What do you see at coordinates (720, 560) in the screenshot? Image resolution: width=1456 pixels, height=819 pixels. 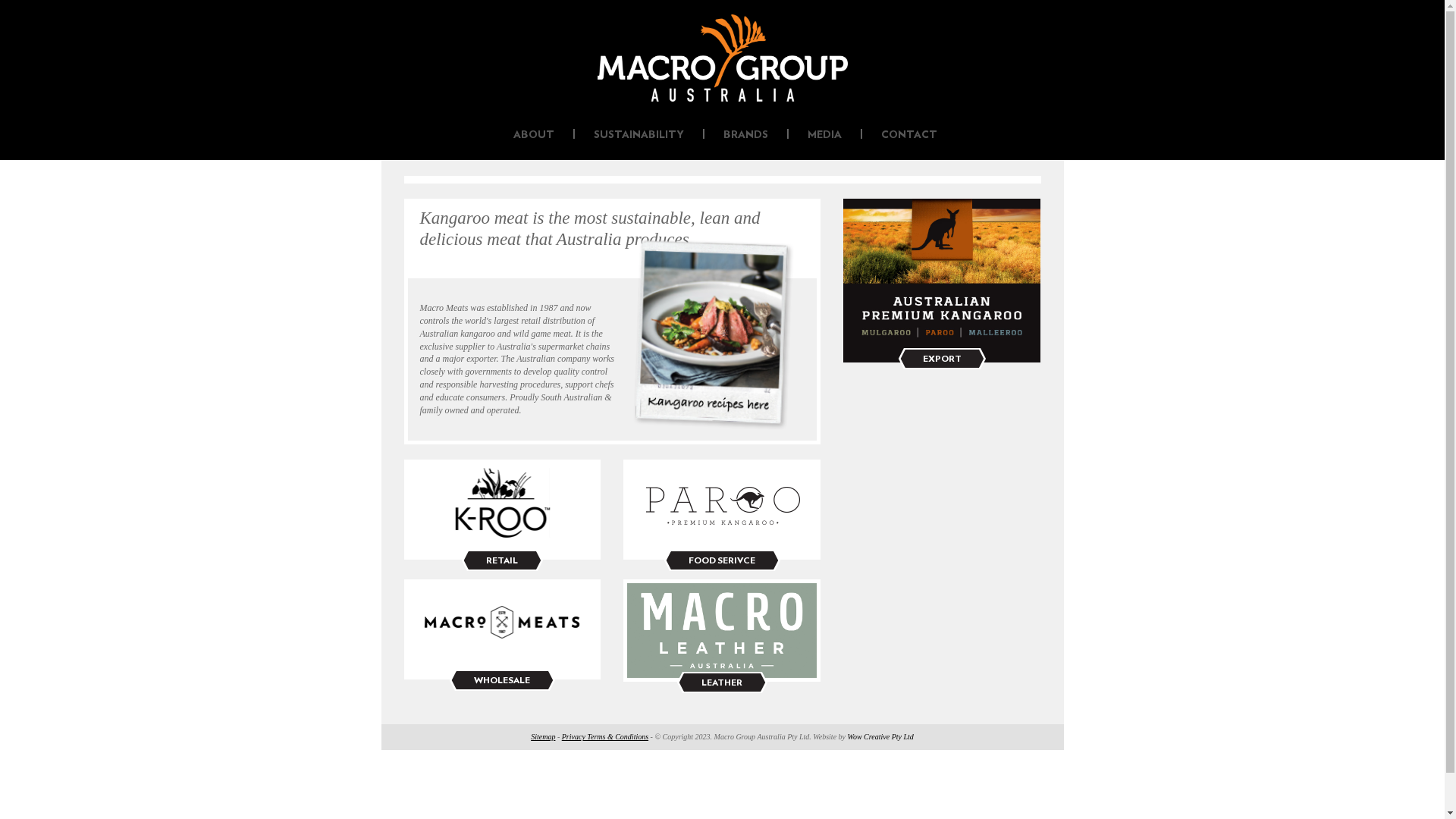 I see `'FOOD SERIVCE'` at bounding box center [720, 560].